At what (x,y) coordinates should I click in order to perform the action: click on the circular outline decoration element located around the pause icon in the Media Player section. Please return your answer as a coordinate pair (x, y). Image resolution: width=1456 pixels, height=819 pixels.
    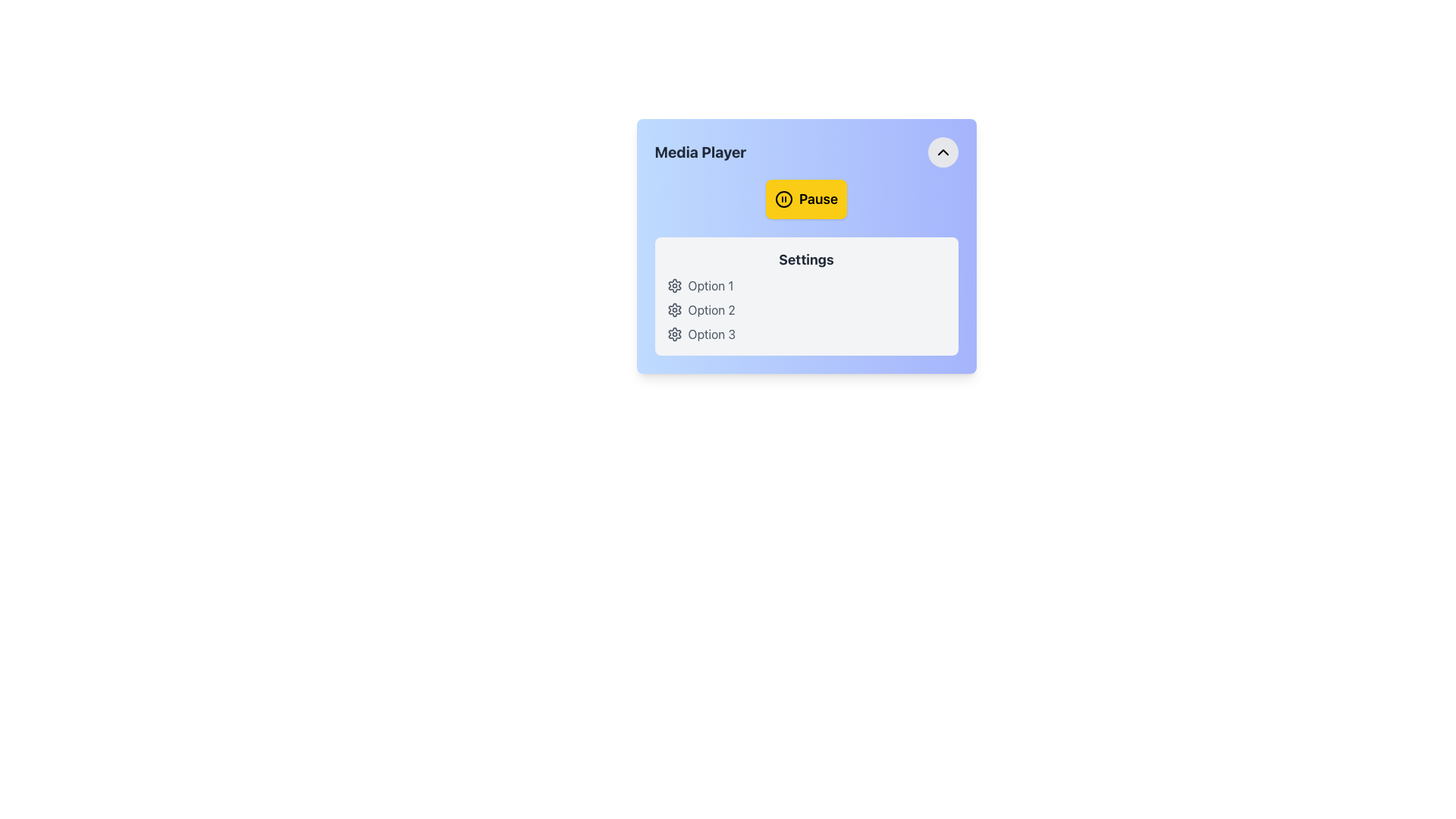
    Looking at the image, I should click on (783, 198).